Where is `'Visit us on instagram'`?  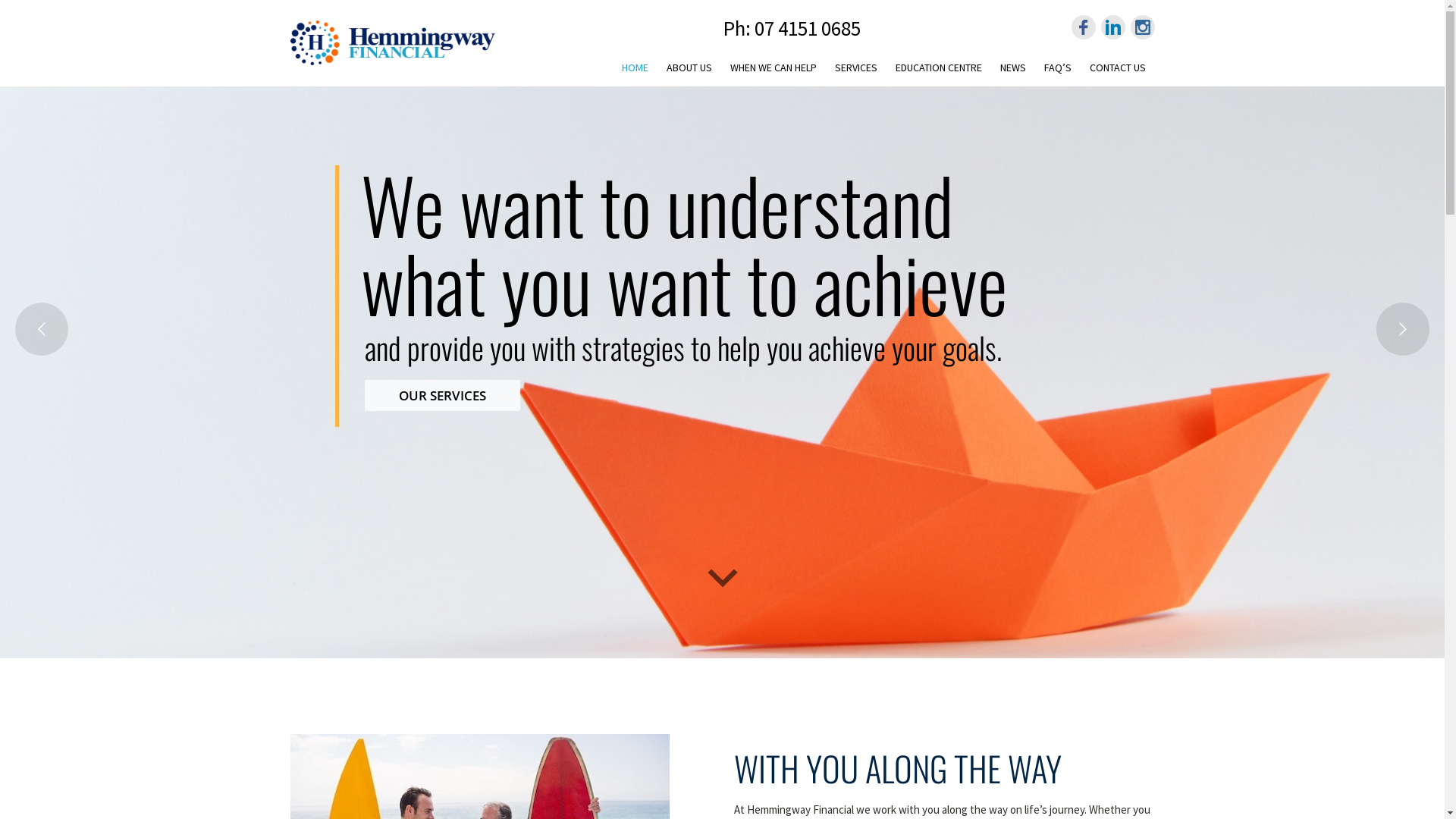 'Visit us on instagram' is located at coordinates (1142, 27).